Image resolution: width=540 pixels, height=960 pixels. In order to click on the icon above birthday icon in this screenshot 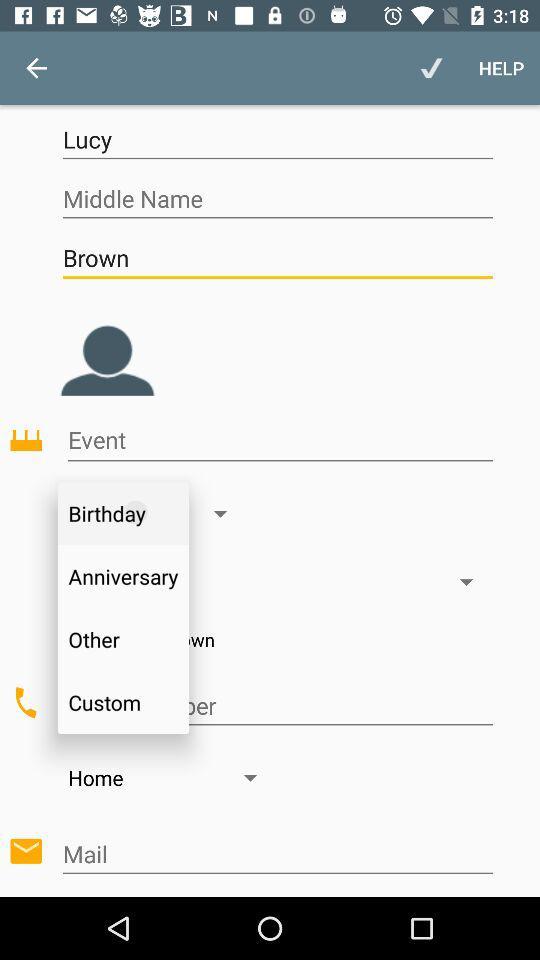, I will do `click(279, 440)`.